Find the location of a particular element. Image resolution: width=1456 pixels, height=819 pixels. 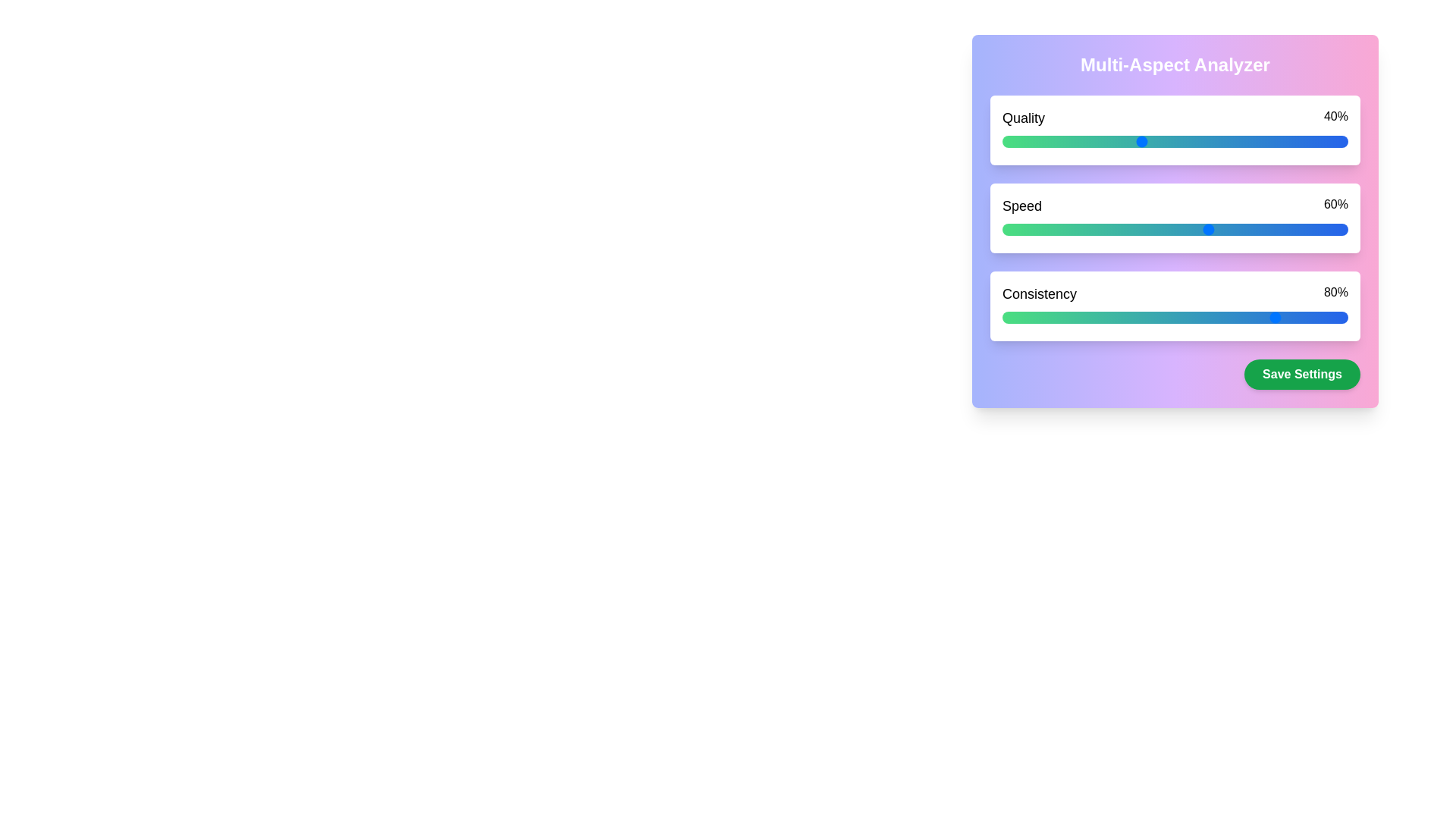

Consistency is located at coordinates (1147, 317).